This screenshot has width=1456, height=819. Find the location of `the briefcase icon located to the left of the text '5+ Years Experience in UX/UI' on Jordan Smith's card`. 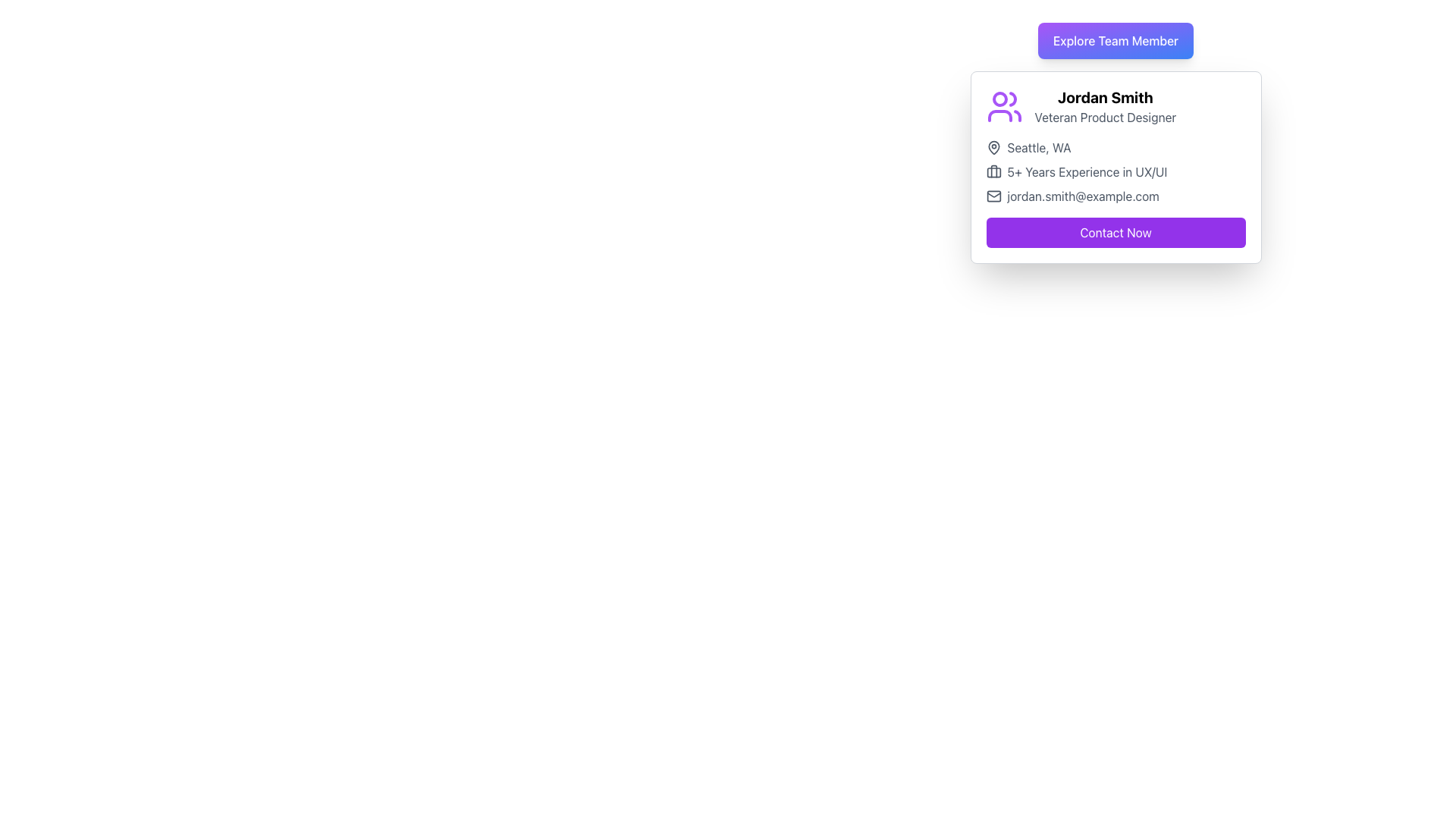

the briefcase icon located to the left of the text '5+ Years Experience in UX/UI' on Jordan Smith's card is located at coordinates (993, 171).